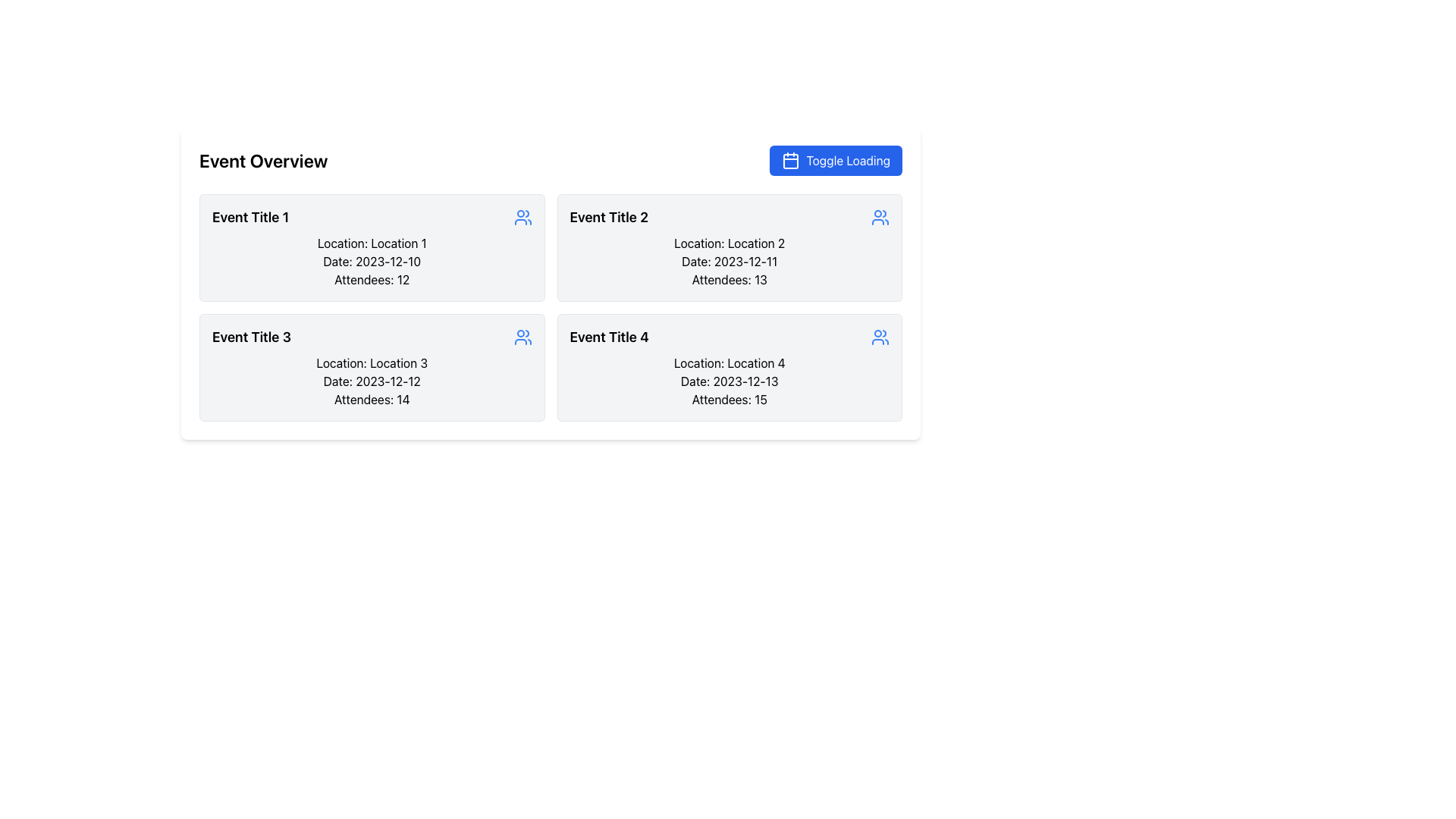 The image size is (1456, 819). What do you see at coordinates (730, 280) in the screenshot?
I see `text label displaying the number of attendees, which states 'Attendees: 13', located at the bottom of the event card for 'Event Title 2'` at bounding box center [730, 280].